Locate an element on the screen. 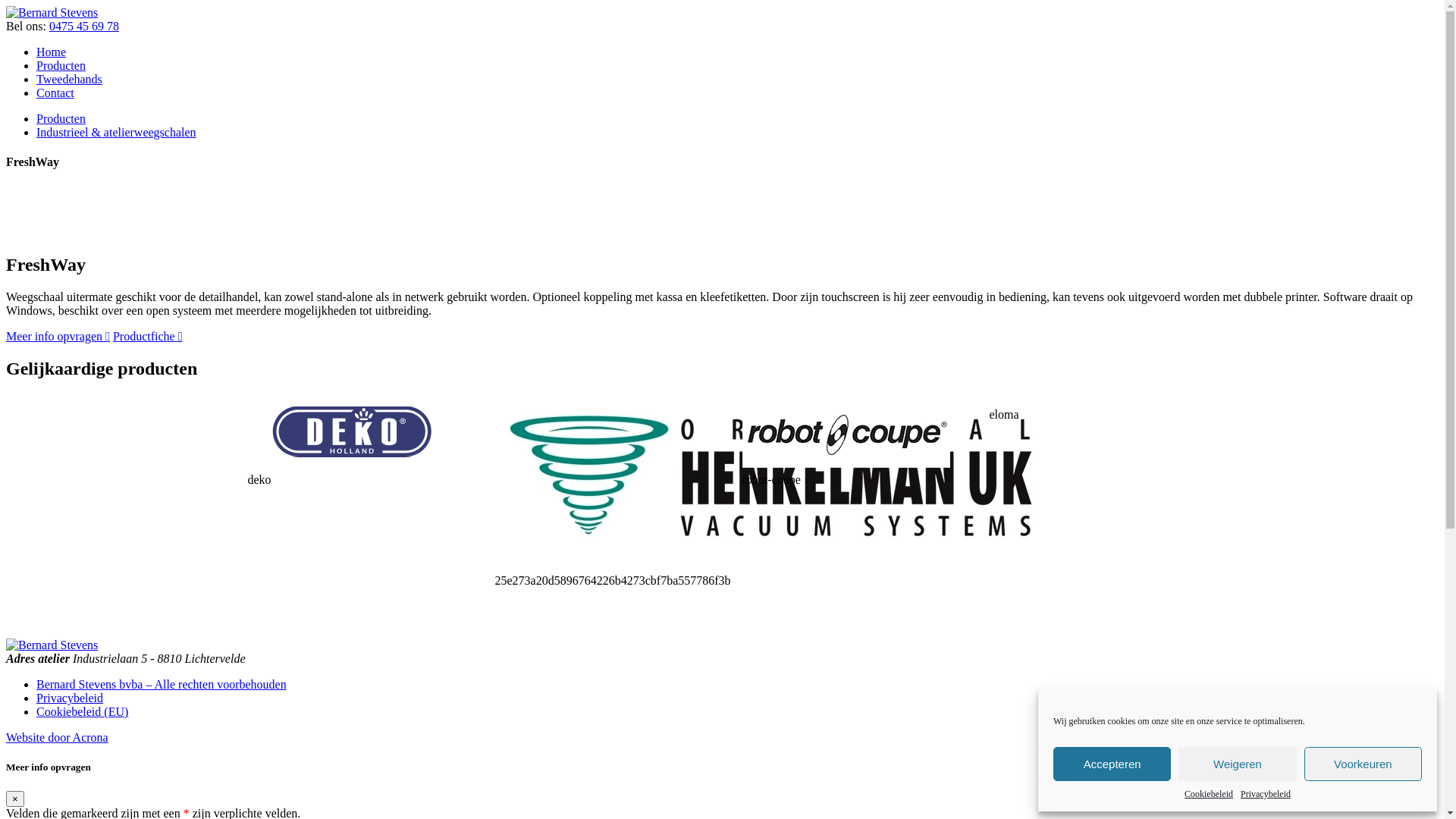 This screenshot has width=1456, height=819. 'Accepteren' is located at coordinates (1112, 764).